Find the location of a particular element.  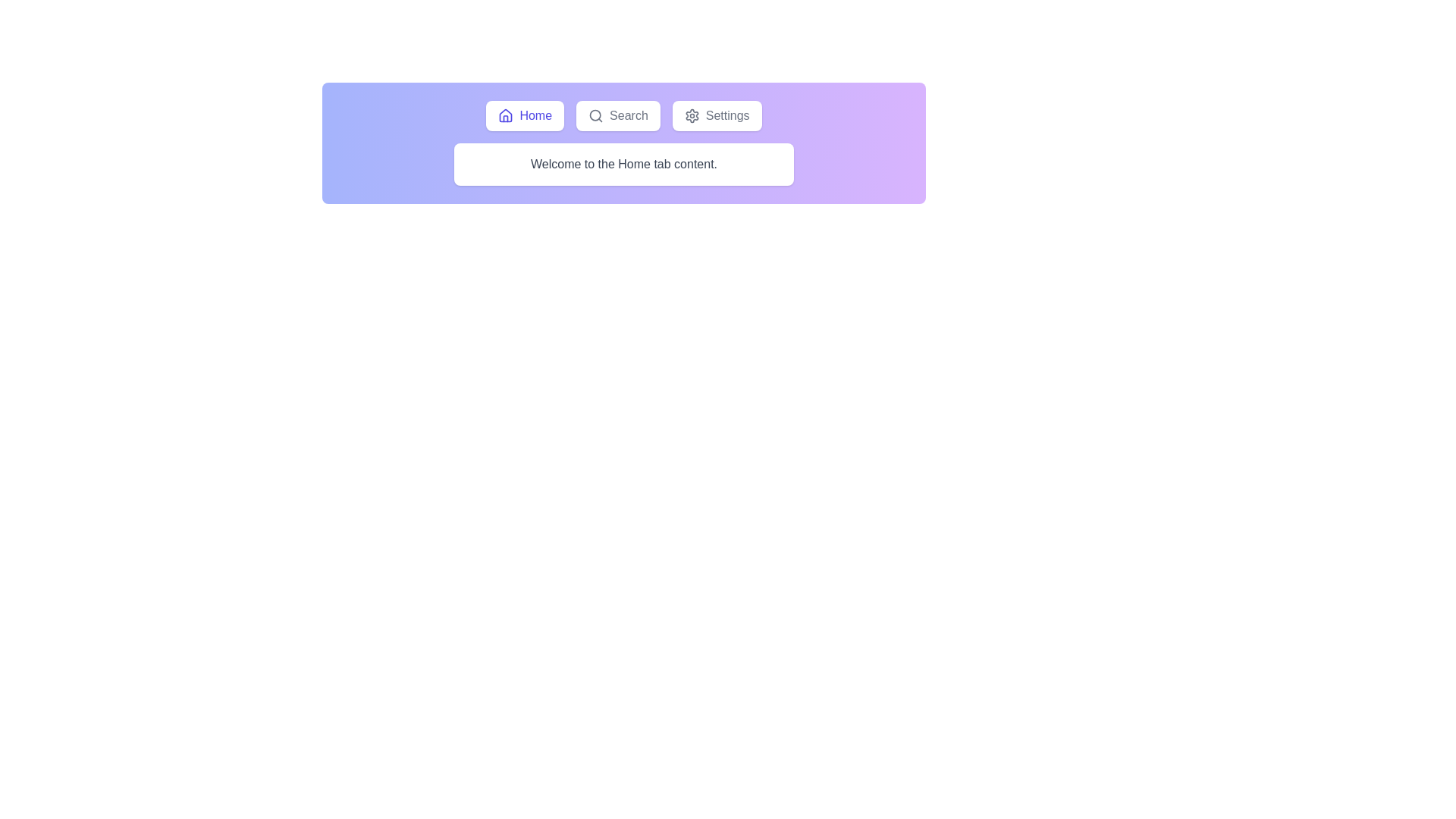

the 'Home' navigation button located on the left-hand side of the row of primary buttons to trigger the hover animation is located at coordinates (525, 115).